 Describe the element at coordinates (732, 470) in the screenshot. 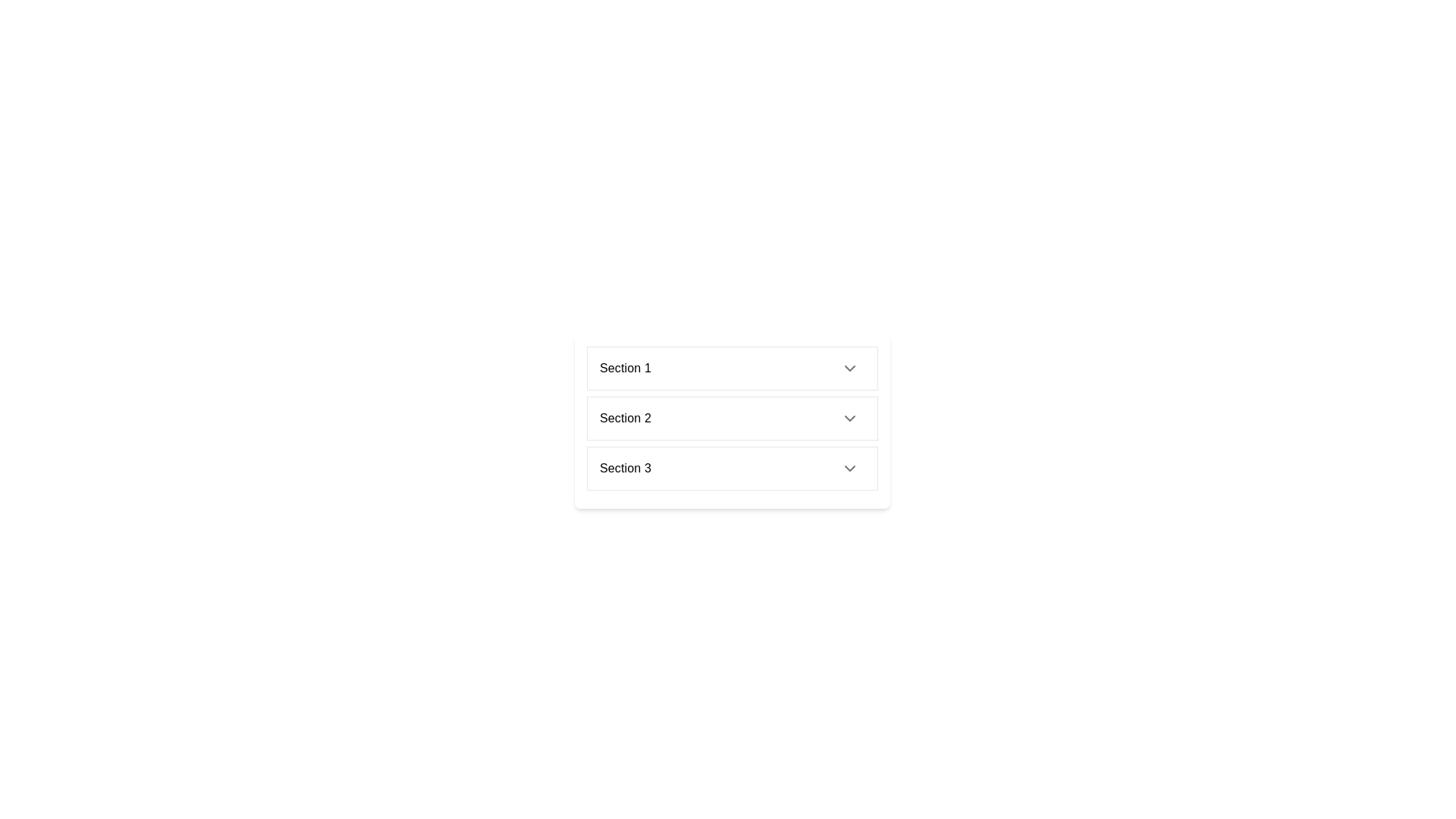

I see `the third expandable list item located below 'Section 2'` at that location.